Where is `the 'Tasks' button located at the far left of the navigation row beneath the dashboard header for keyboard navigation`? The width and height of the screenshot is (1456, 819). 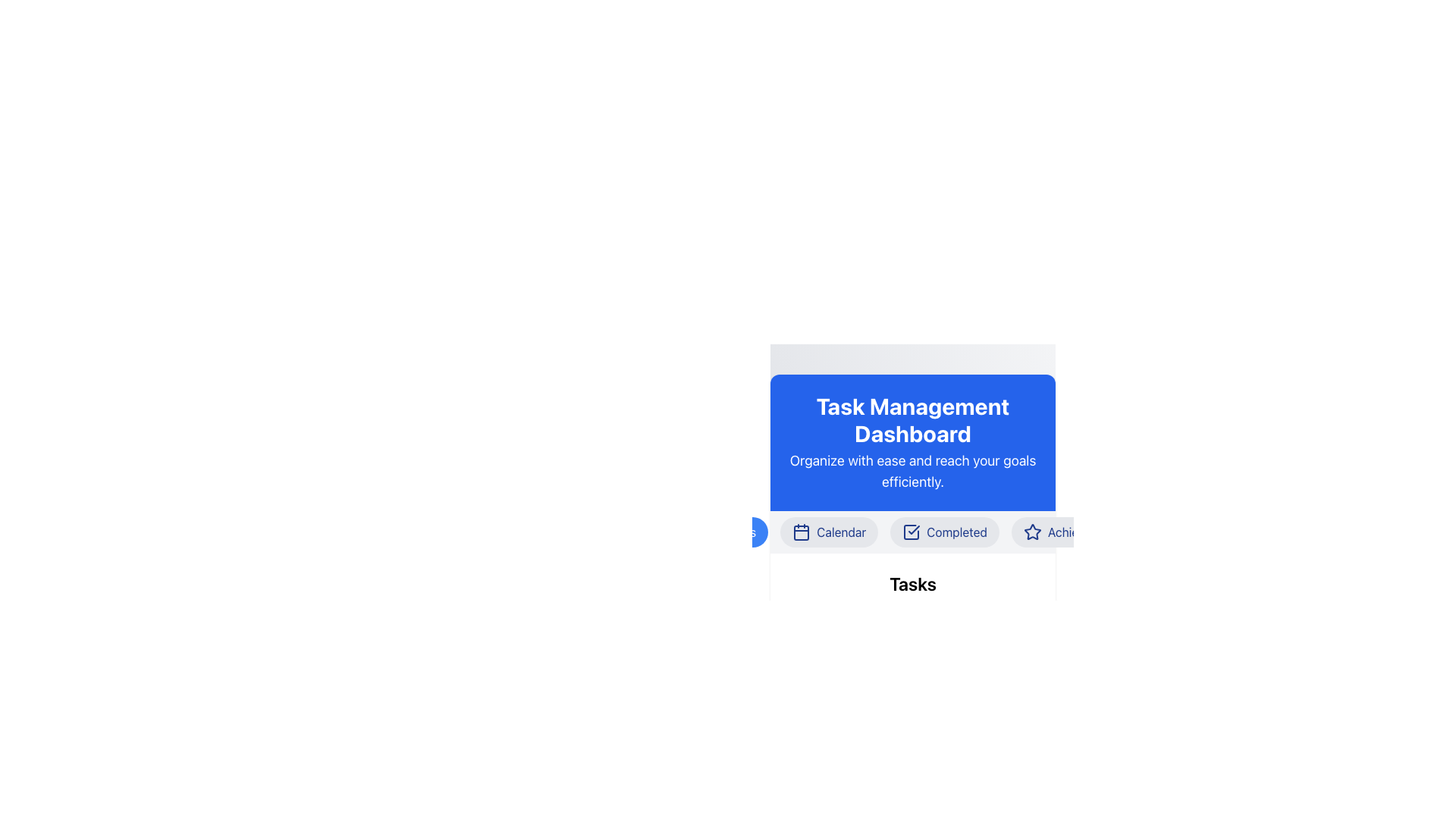 the 'Tasks' button located at the far left of the navigation row beneath the dashboard header for keyboard navigation is located at coordinates (728, 532).